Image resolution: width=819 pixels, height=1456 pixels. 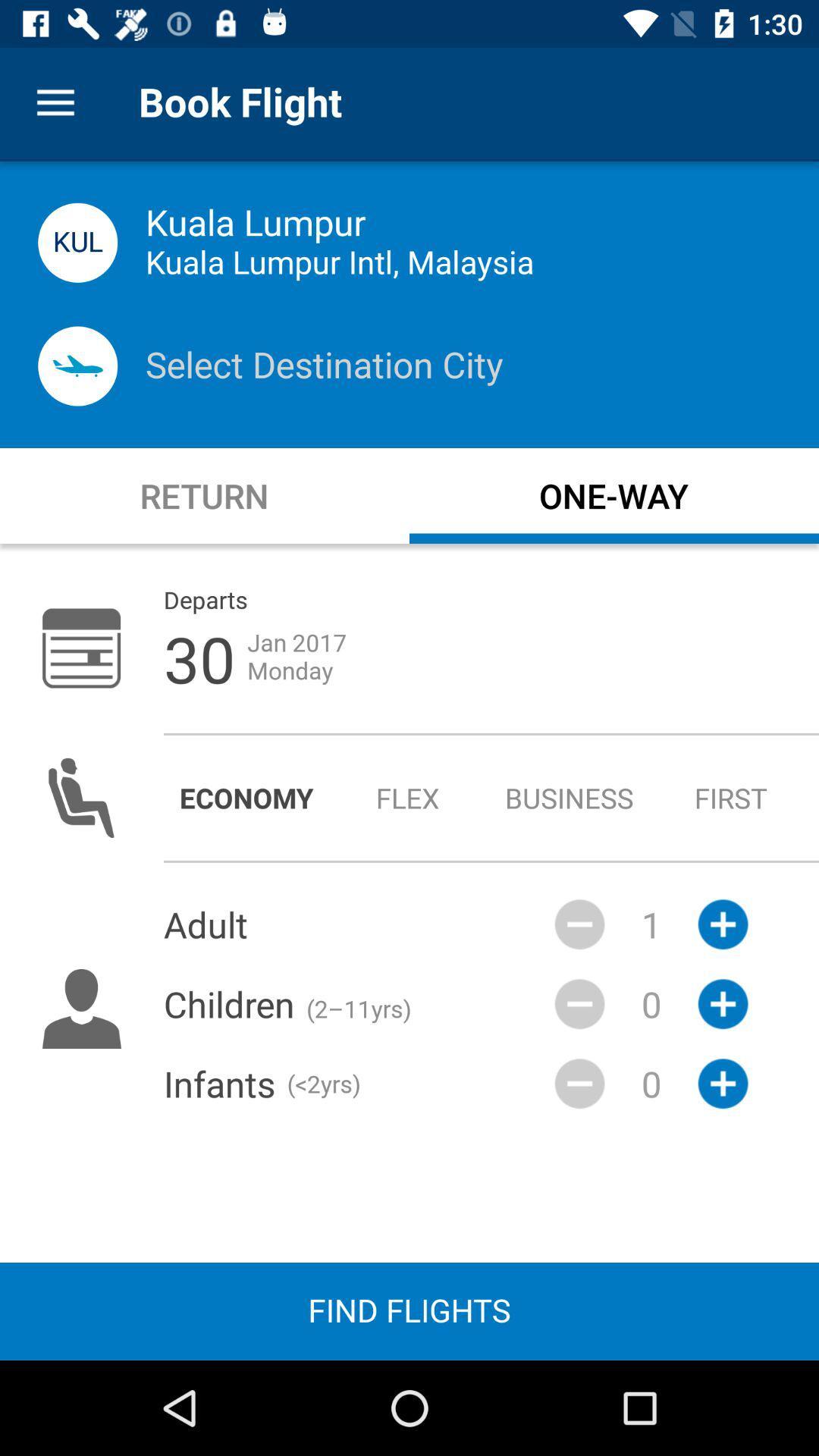 What do you see at coordinates (407, 797) in the screenshot?
I see `item next to the business icon` at bounding box center [407, 797].